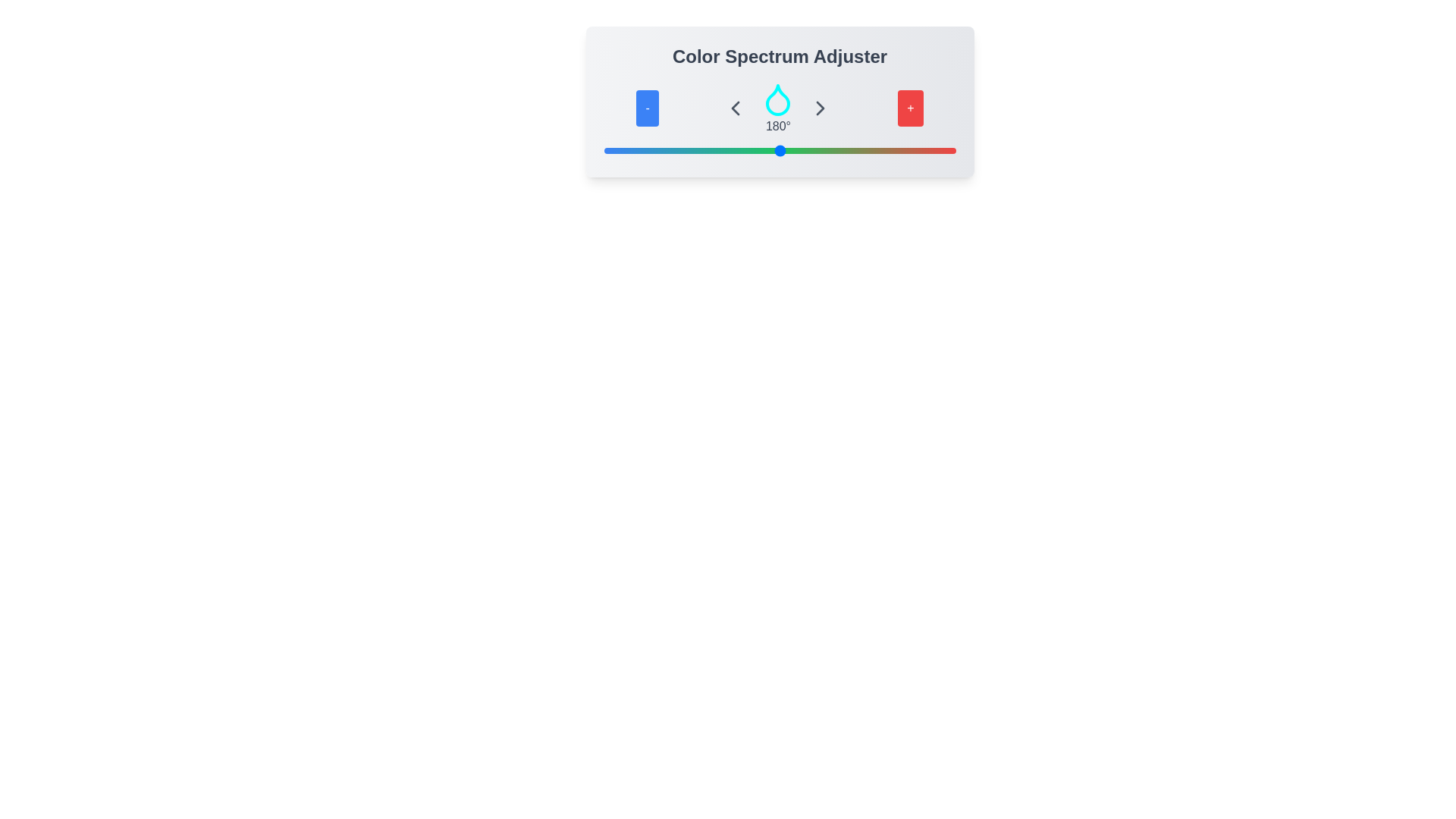  Describe the element at coordinates (661, 151) in the screenshot. I see `the slider to set the color spectrum to 59` at that location.